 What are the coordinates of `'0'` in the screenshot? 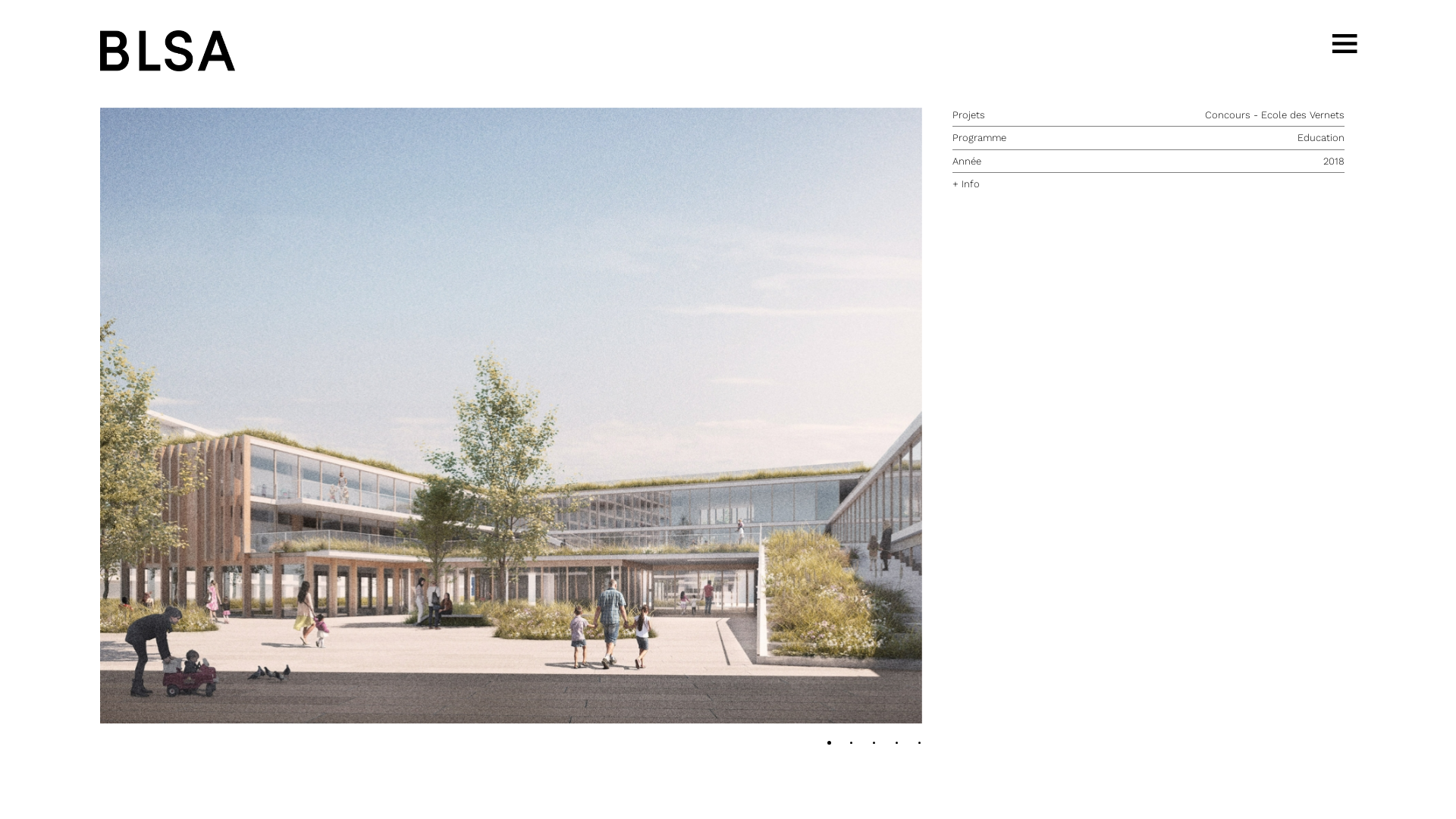 It's located at (830, 745).